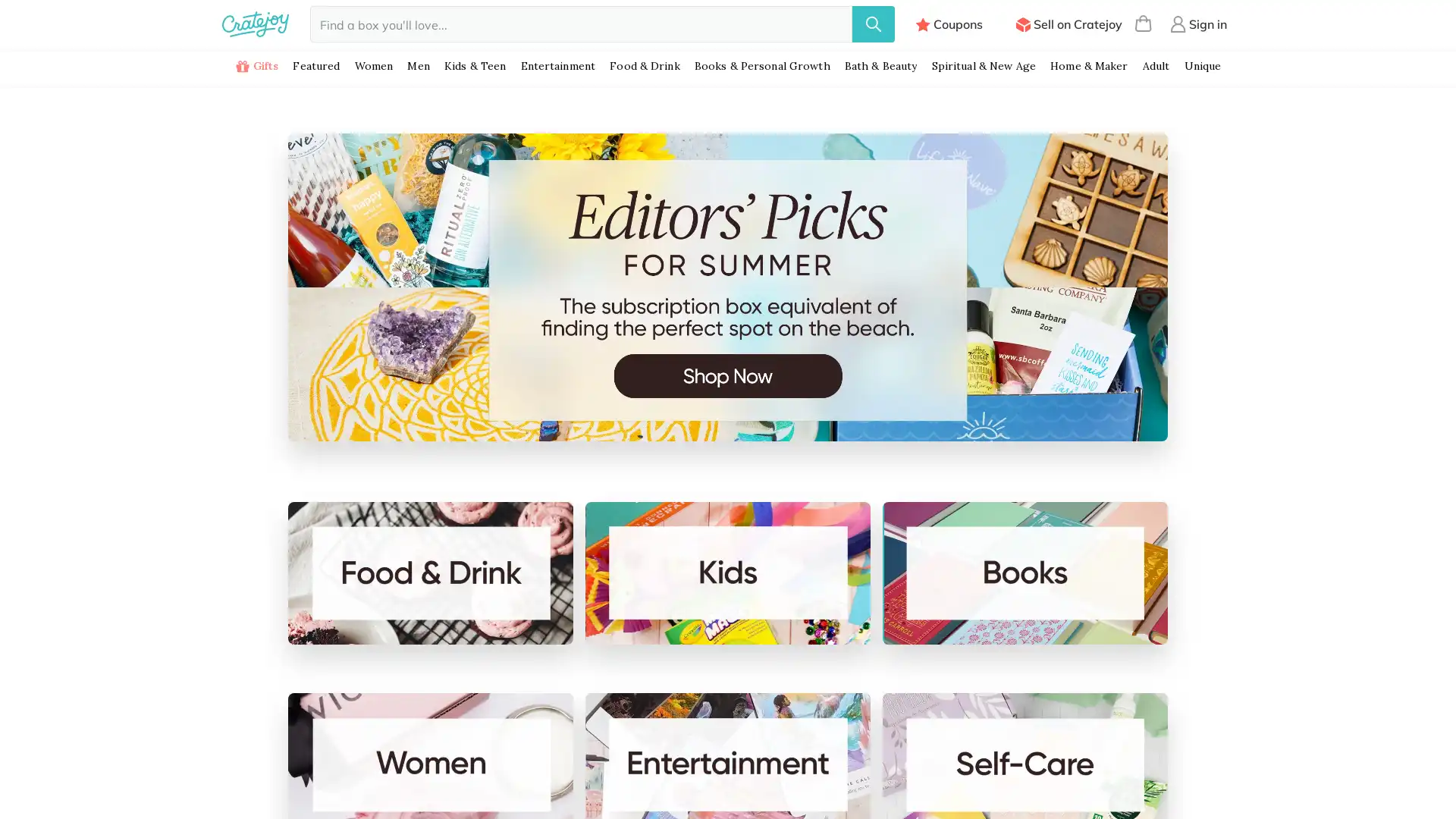 Image resolution: width=1456 pixels, height=819 pixels. I want to click on Sign in, so click(1197, 24).